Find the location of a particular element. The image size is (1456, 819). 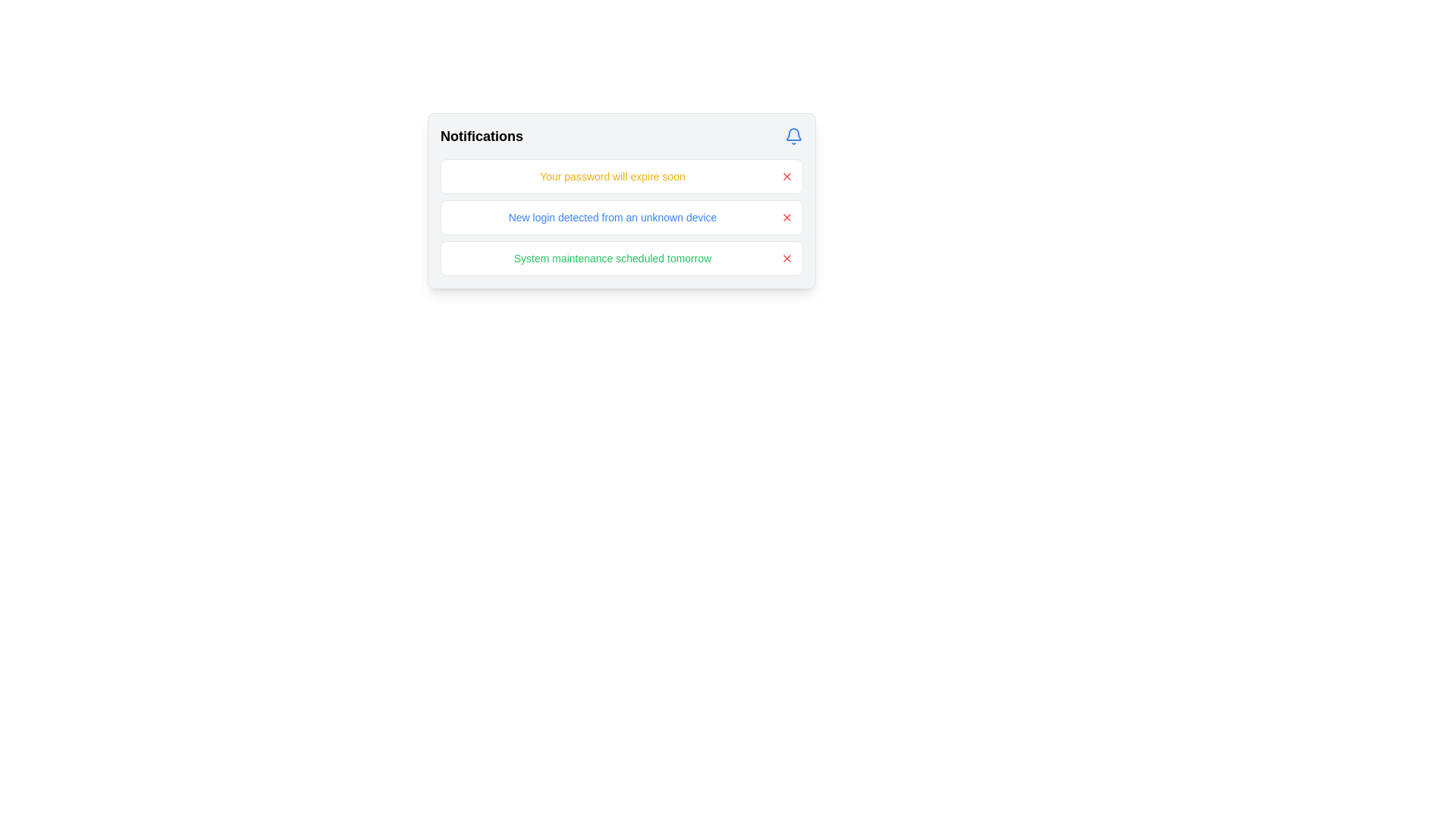

the text element that conveys information about a new login from an unrecognized device, positioned as the left-aligned main content in the second notification of a vertical list is located at coordinates (612, 217).